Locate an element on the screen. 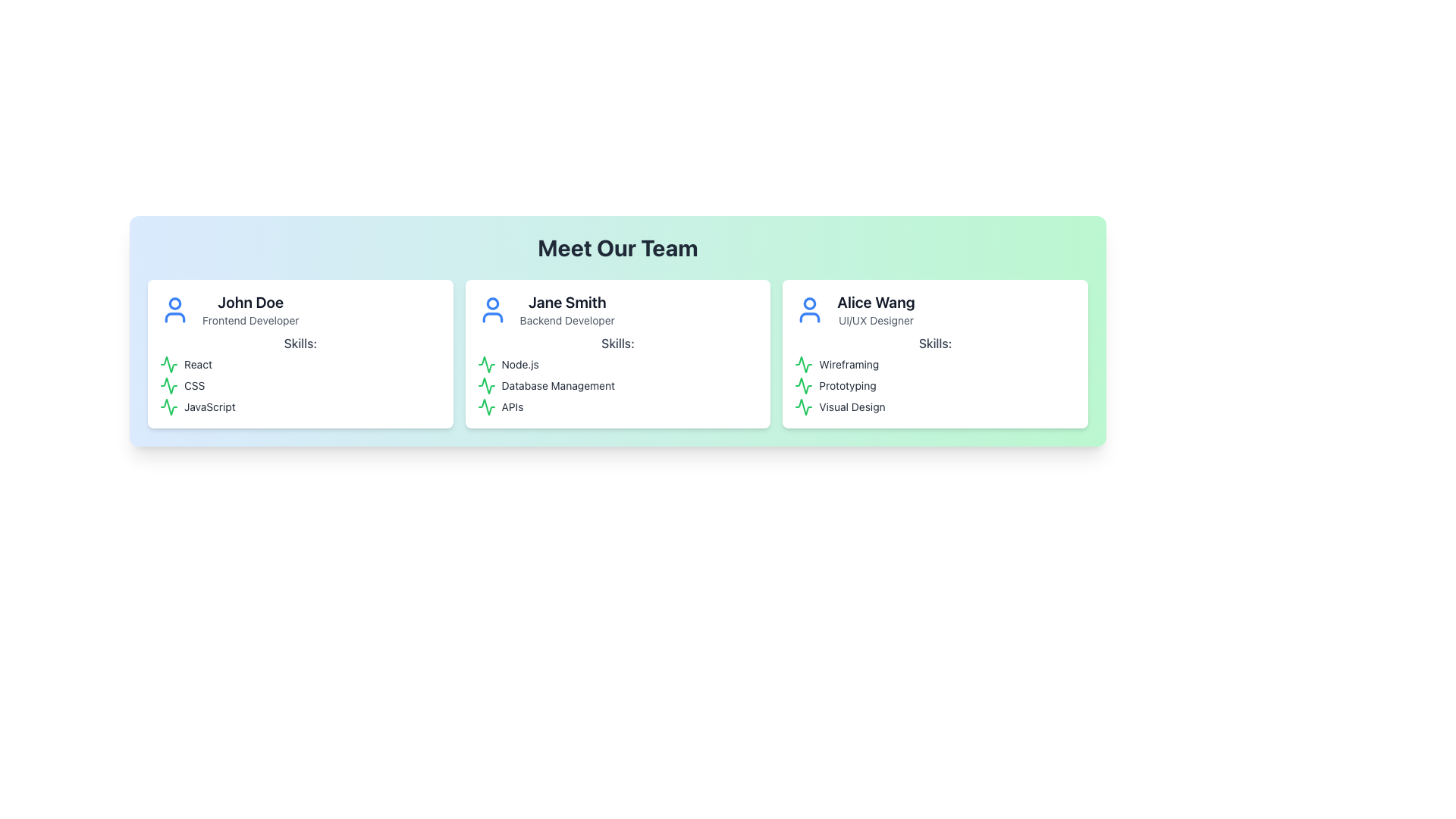  the heading text element for 'Jane Smith' located at the top of the middle card, which is directly below a person icon and above the smaller text 'Backend Developer' is located at coordinates (566, 302).